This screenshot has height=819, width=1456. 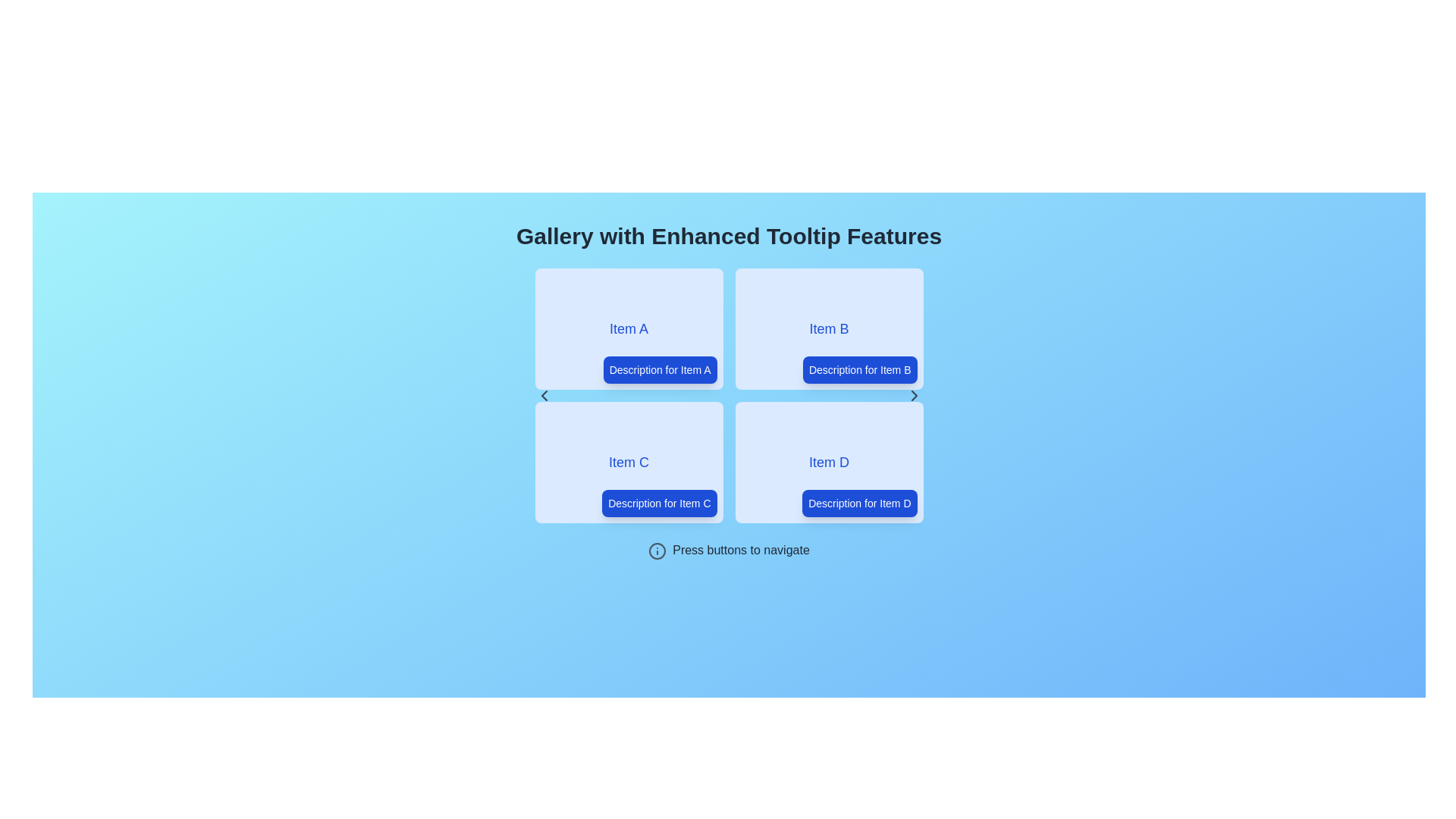 What do you see at coordinates (629, 461) in the screenshot?
I see `the text label or heading that summarizes the main focus of the card, located in the bottom-left quadrant of the four-card grid, to focus on related content` at bounding box center [629, 461].